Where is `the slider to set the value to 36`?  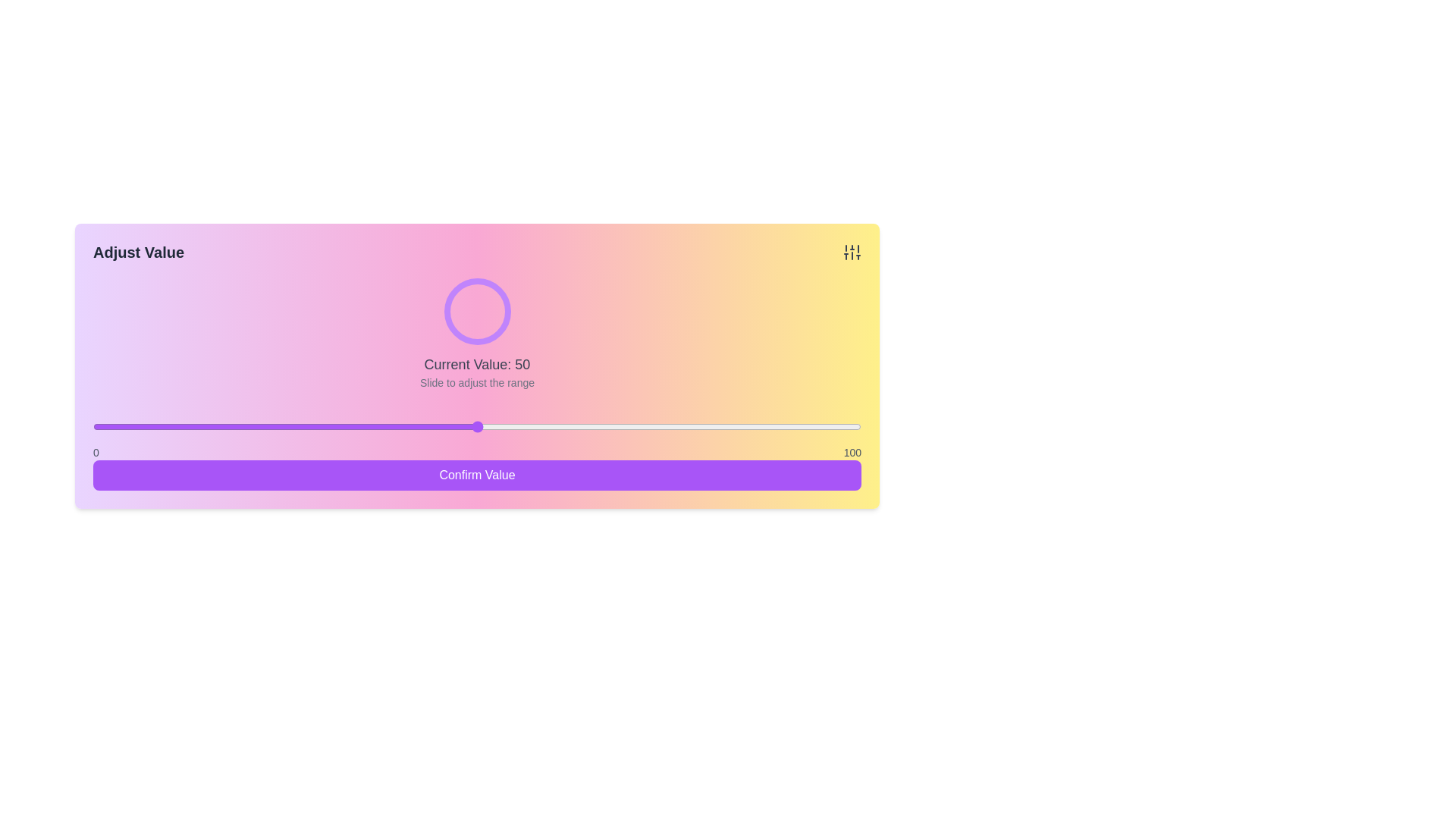 the slider to set the value to 36 is located at coordinates (369, 427).